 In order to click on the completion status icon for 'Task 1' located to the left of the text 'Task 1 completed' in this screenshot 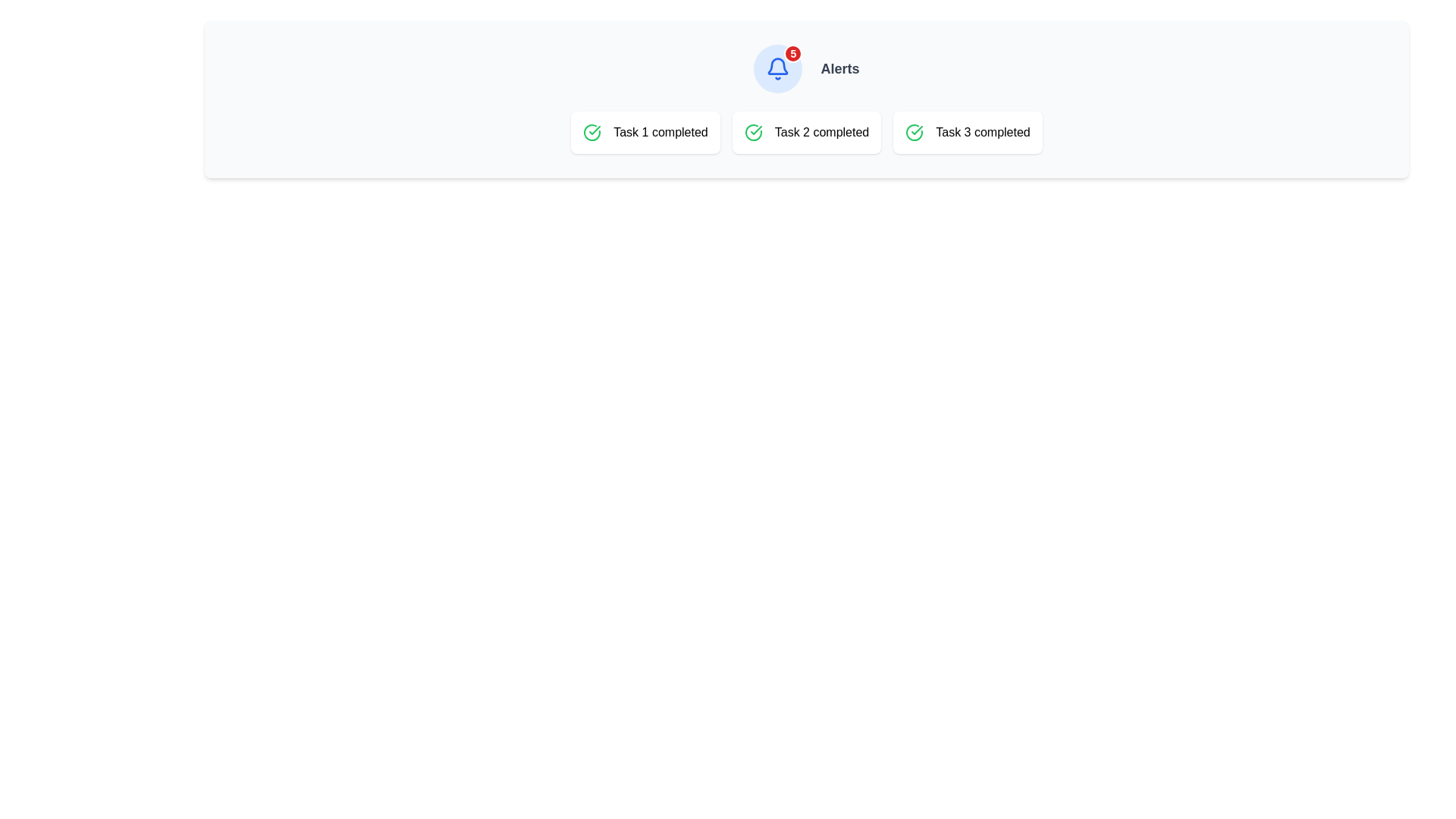, I will do `click(591, 131)`.